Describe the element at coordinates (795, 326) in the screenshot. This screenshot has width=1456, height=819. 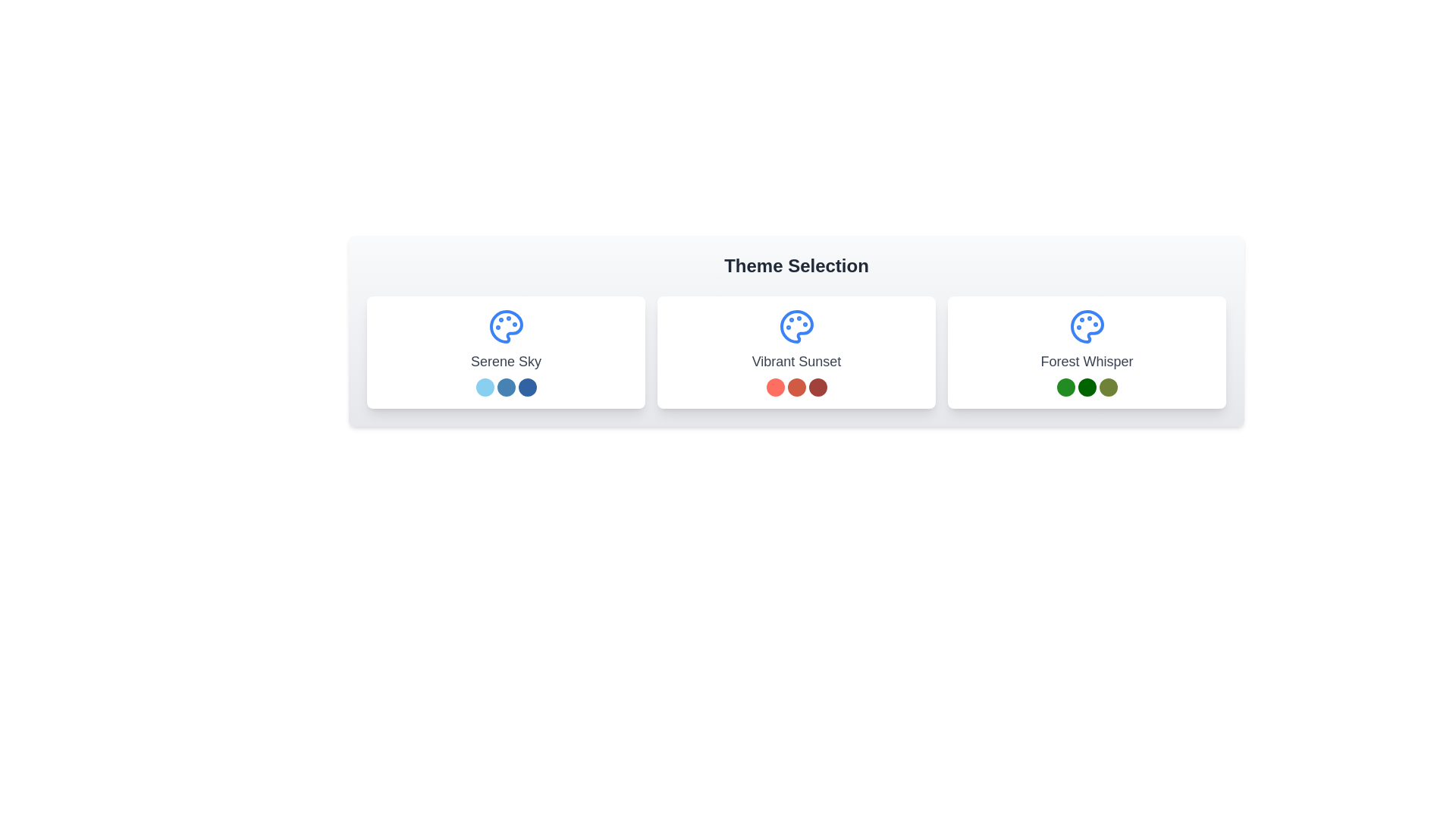
I see `the second palette icon representing the 'Vibrant Sunset' theme located in the middle section of the layout` at that location.